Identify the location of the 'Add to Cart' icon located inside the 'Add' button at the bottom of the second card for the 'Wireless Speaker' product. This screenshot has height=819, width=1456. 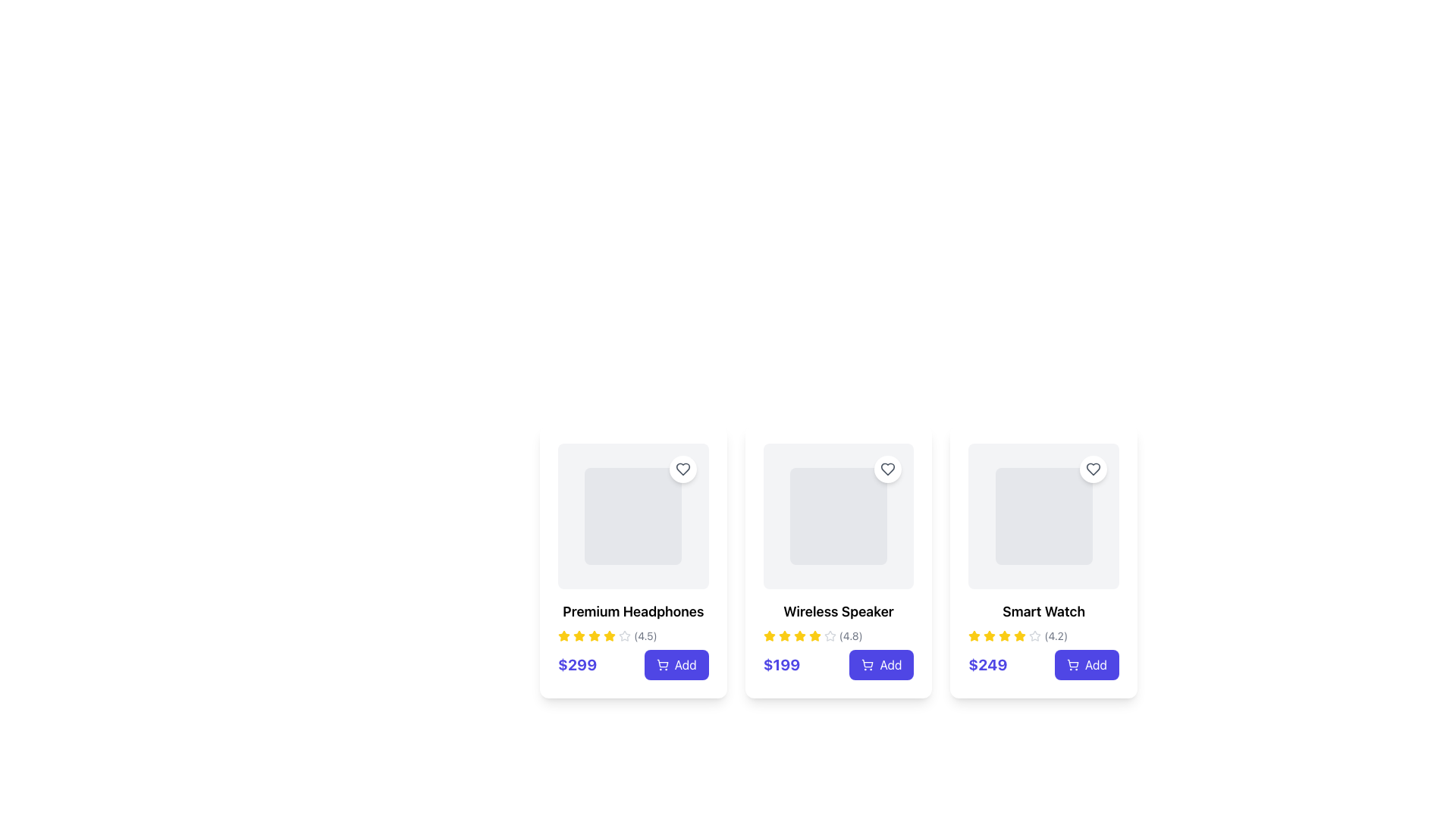
(868, 664).